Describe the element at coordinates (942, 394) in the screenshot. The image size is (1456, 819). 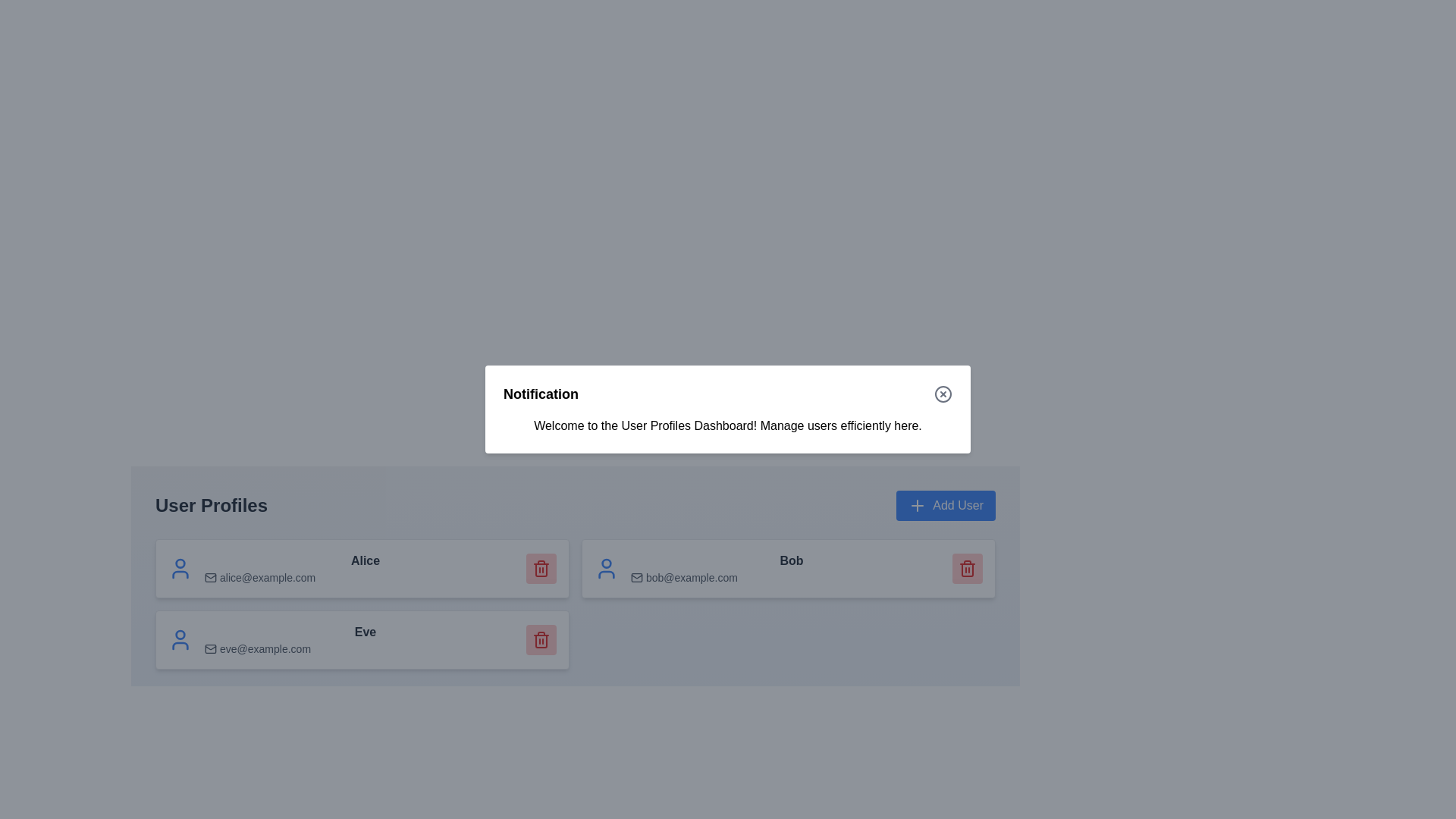
I see `the decorative background circle located at the top-right corner of the notification box, which enhances the visibility of the cross icon` at that location.